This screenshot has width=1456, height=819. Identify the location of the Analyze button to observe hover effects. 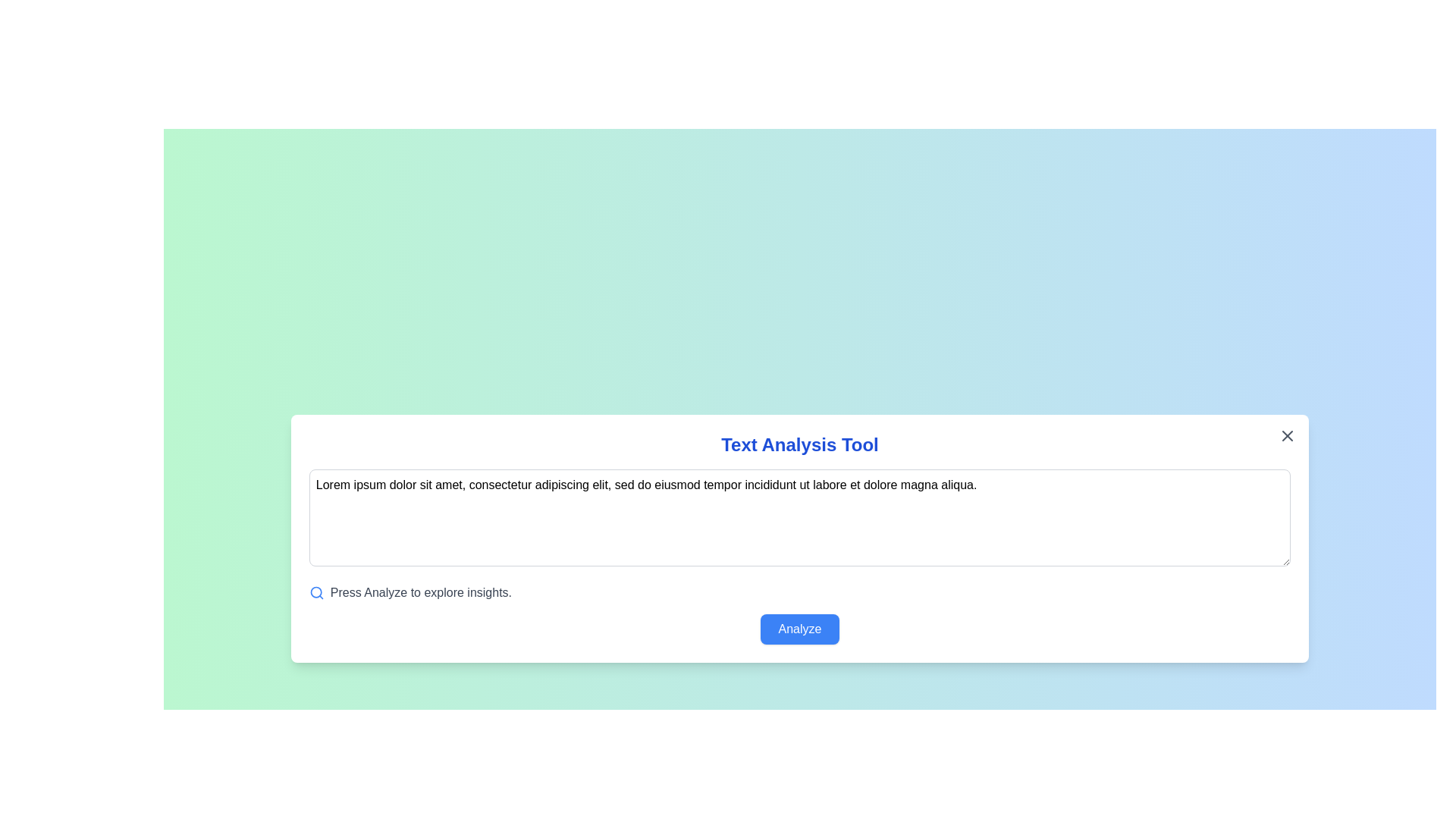
(799, 629).